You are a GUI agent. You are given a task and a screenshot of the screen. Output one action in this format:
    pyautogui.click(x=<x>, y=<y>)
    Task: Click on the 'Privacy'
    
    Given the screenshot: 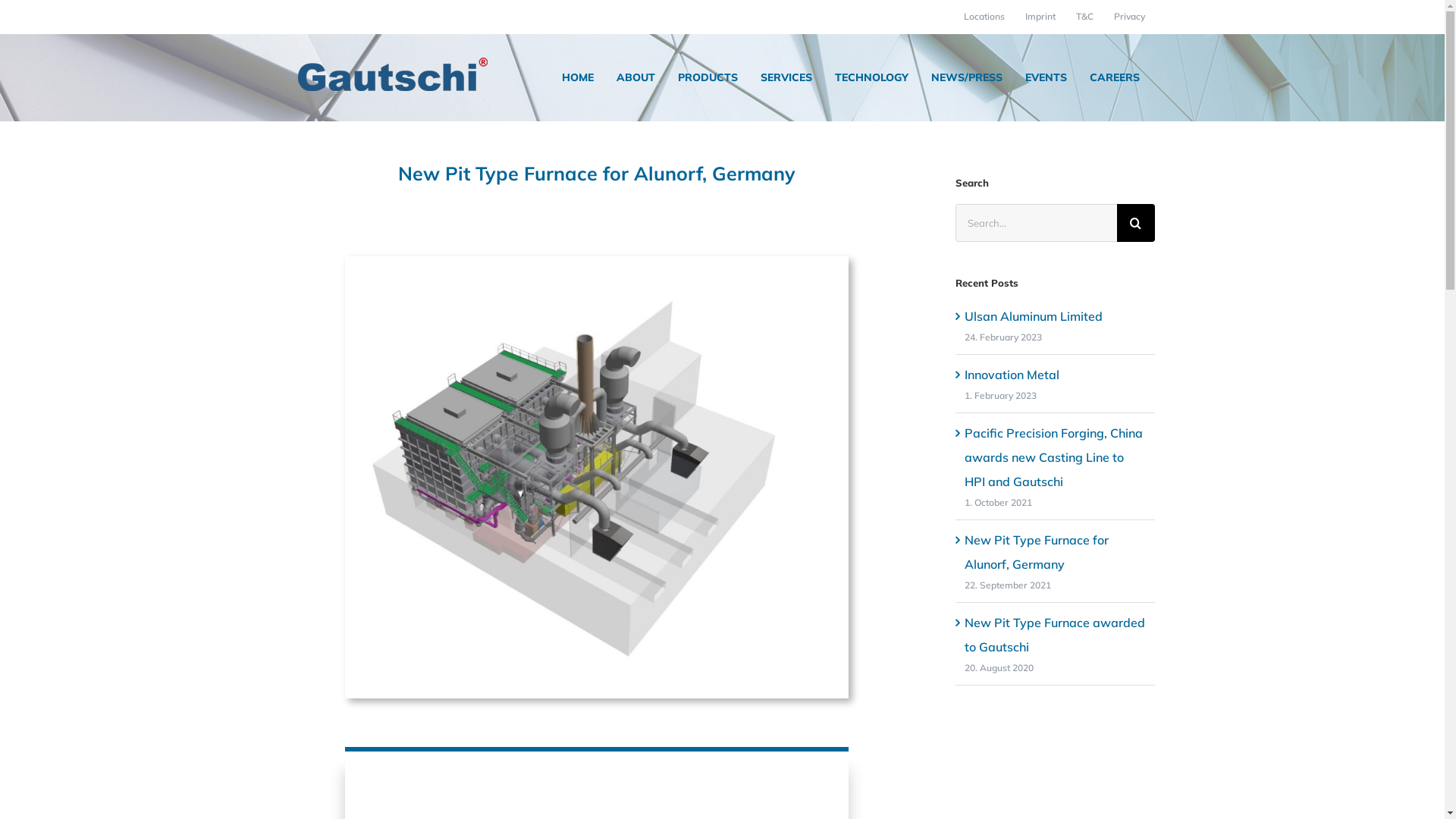 What is the action you would take?
    pyautogui.click(x=1129, y=17)
    